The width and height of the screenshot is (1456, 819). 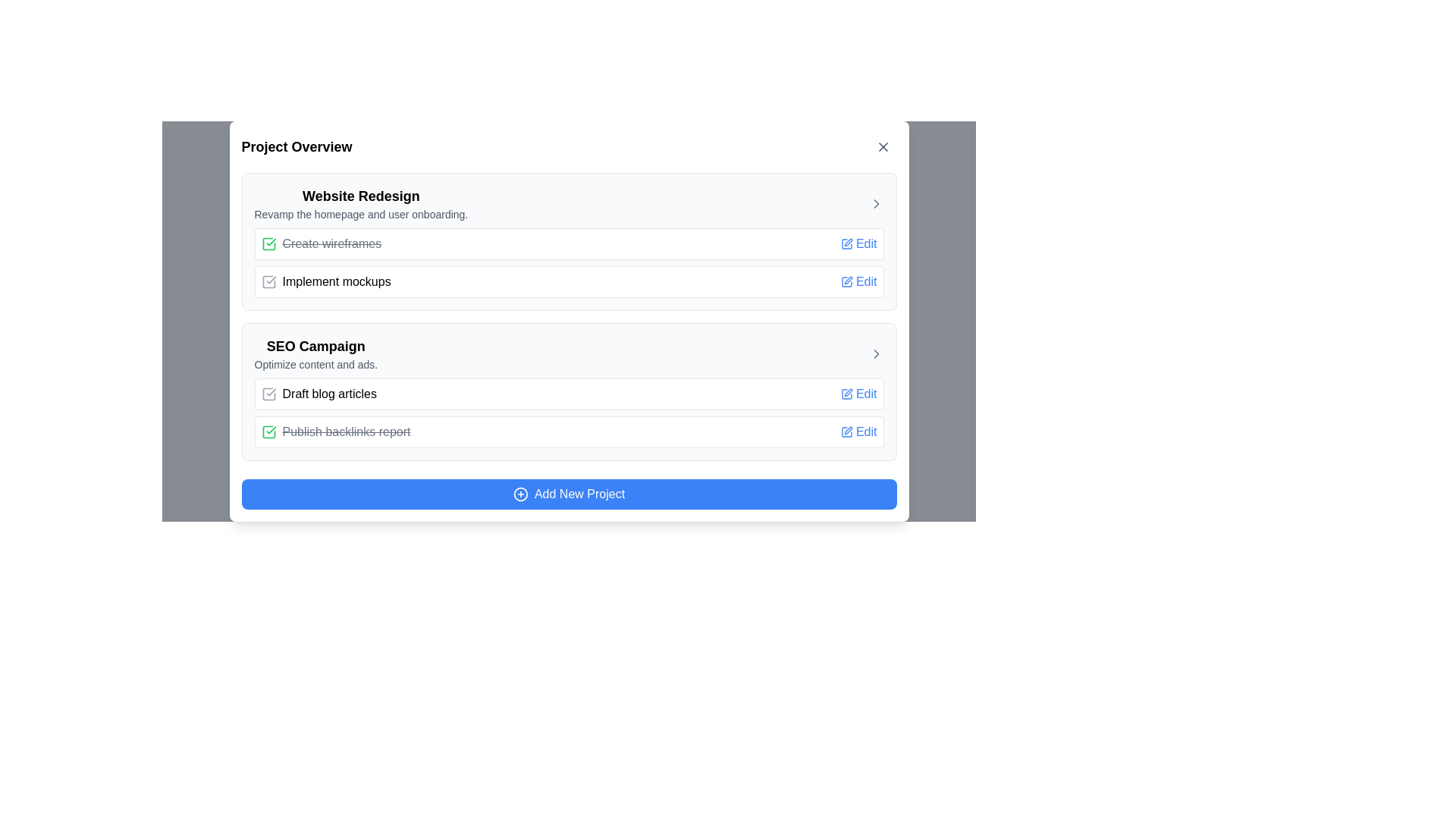 I want to click on descriptive text located within the task card labeled 'Website Redesign', positioned beneath the header text 'Website Redesign' and above listed tasks, so click(x=360, y=214).